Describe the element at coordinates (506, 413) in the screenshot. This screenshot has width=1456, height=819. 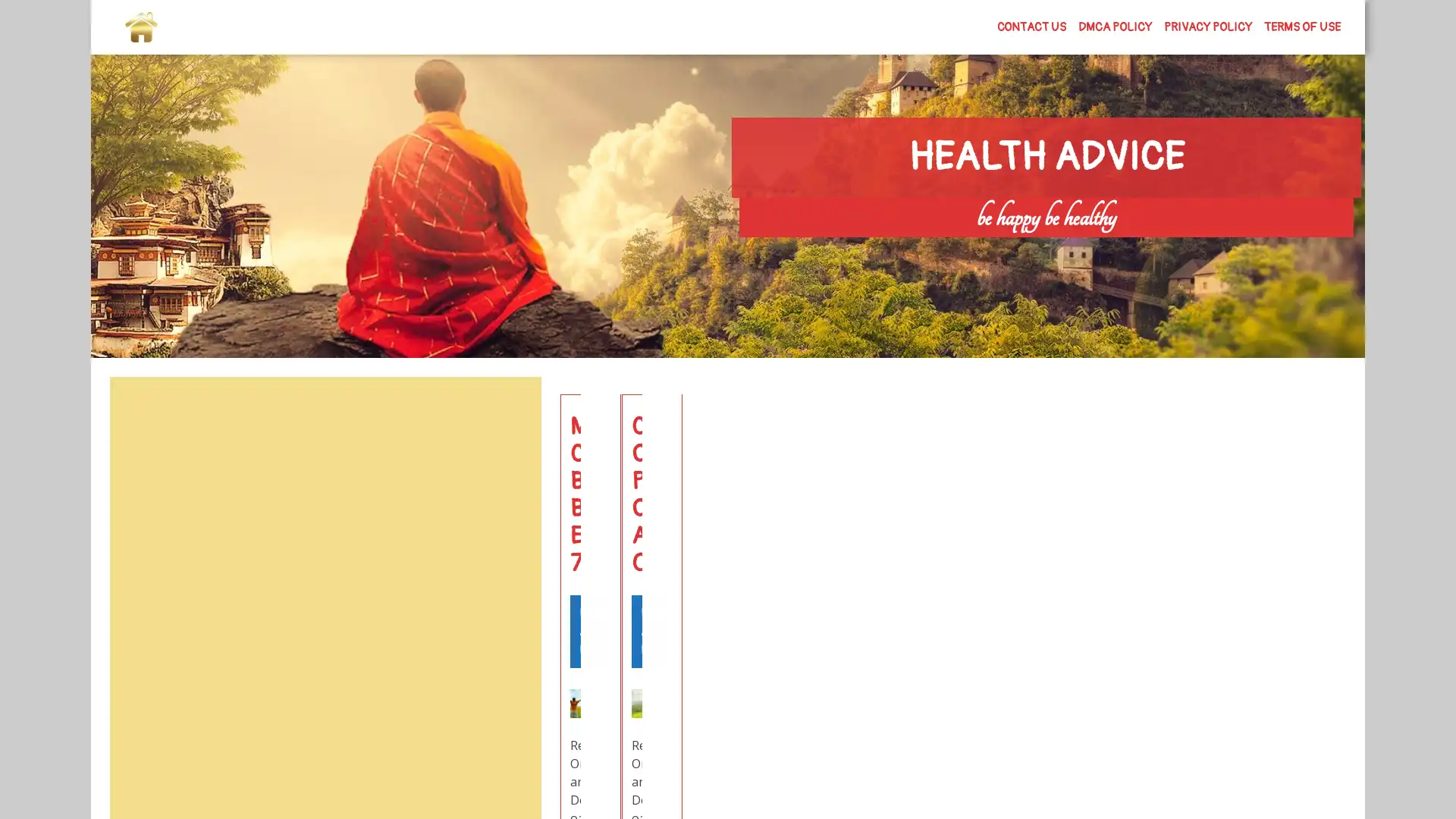
I see `Search` at that location.